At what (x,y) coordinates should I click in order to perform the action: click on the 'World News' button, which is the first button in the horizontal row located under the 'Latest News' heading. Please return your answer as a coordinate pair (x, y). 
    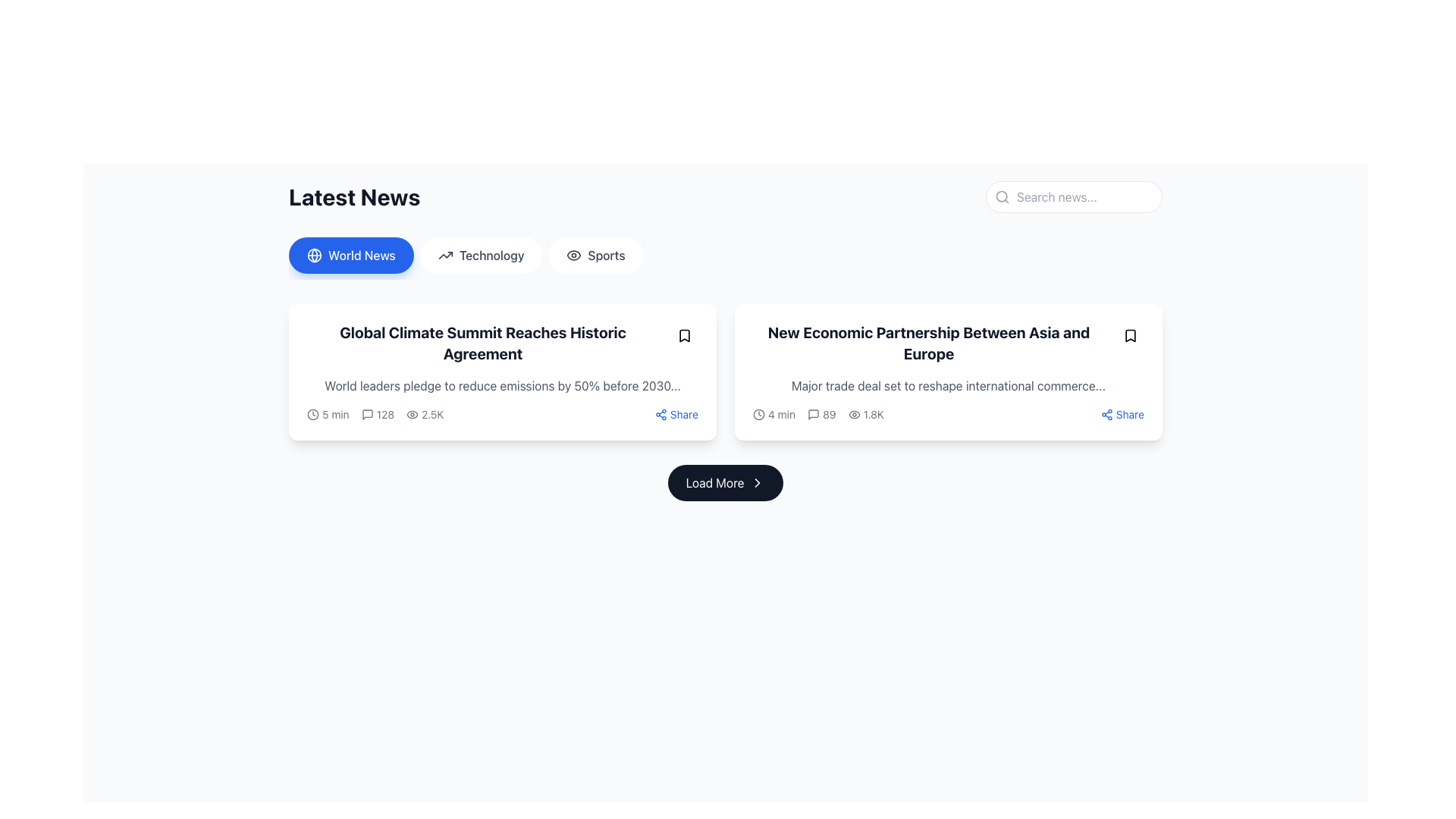
    Looking at the image, I should click on (350, 254).